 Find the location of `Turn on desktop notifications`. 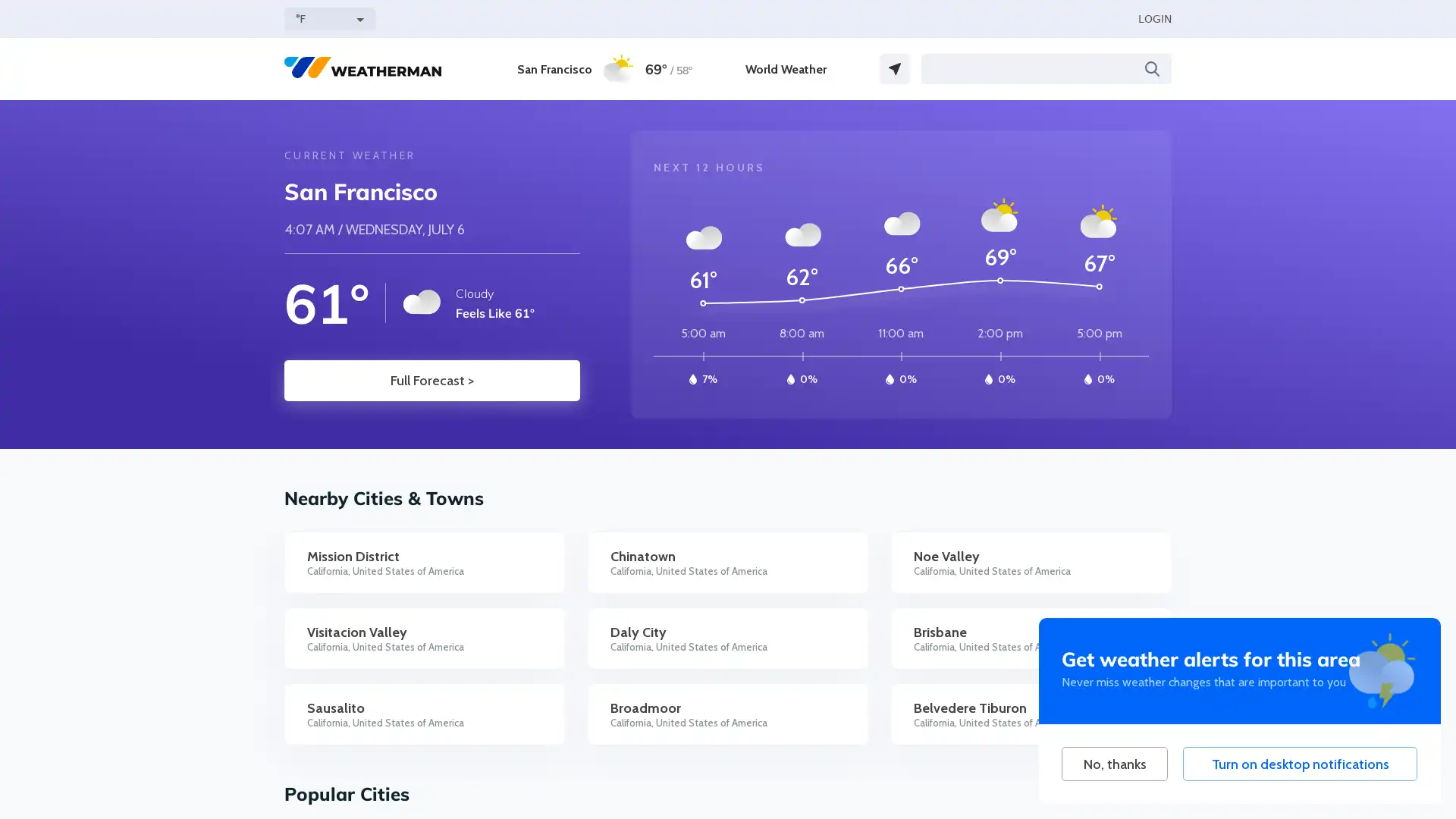

Turn on desktop notifications is located at coordinates (1299, 764).